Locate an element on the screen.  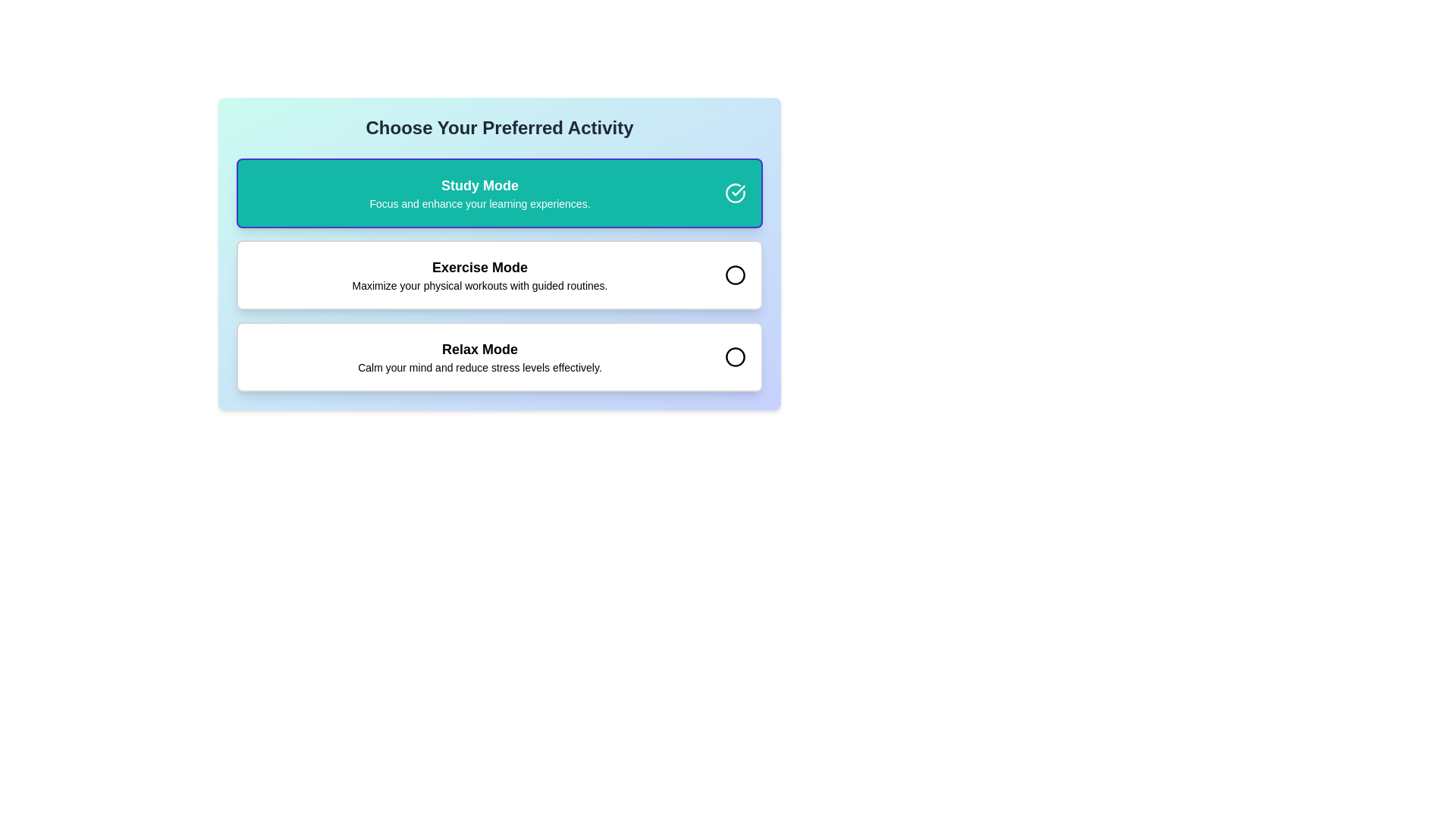
the 'Relax Mode' selectable button, which features a white background, a thin gray border, and a circular icon on the right side is located at coordinates (499, 356).